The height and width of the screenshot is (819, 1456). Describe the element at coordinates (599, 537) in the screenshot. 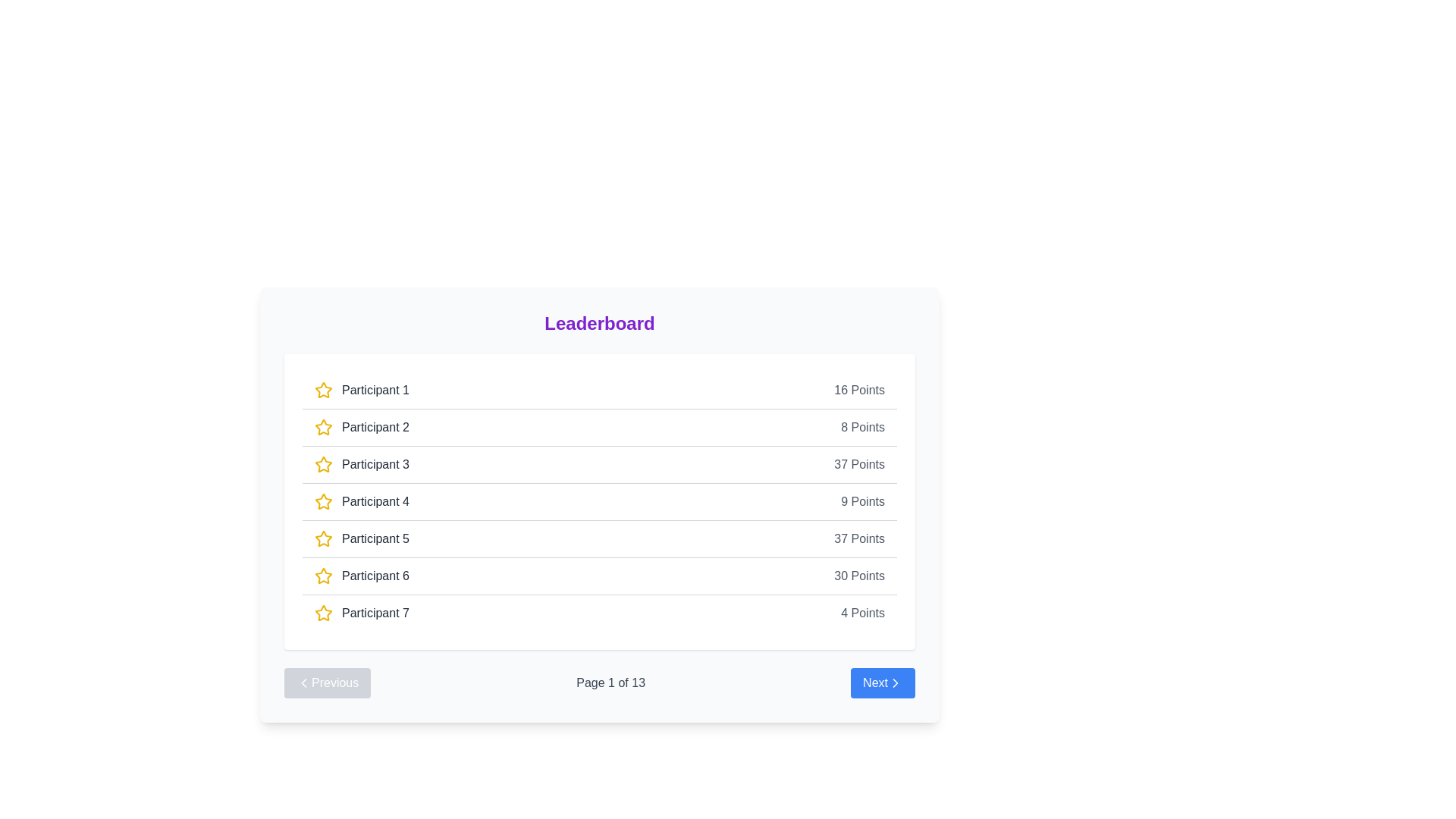

I see `the score of the participant in the fifth row of the leaderboard, which displays their name and score` at that location.